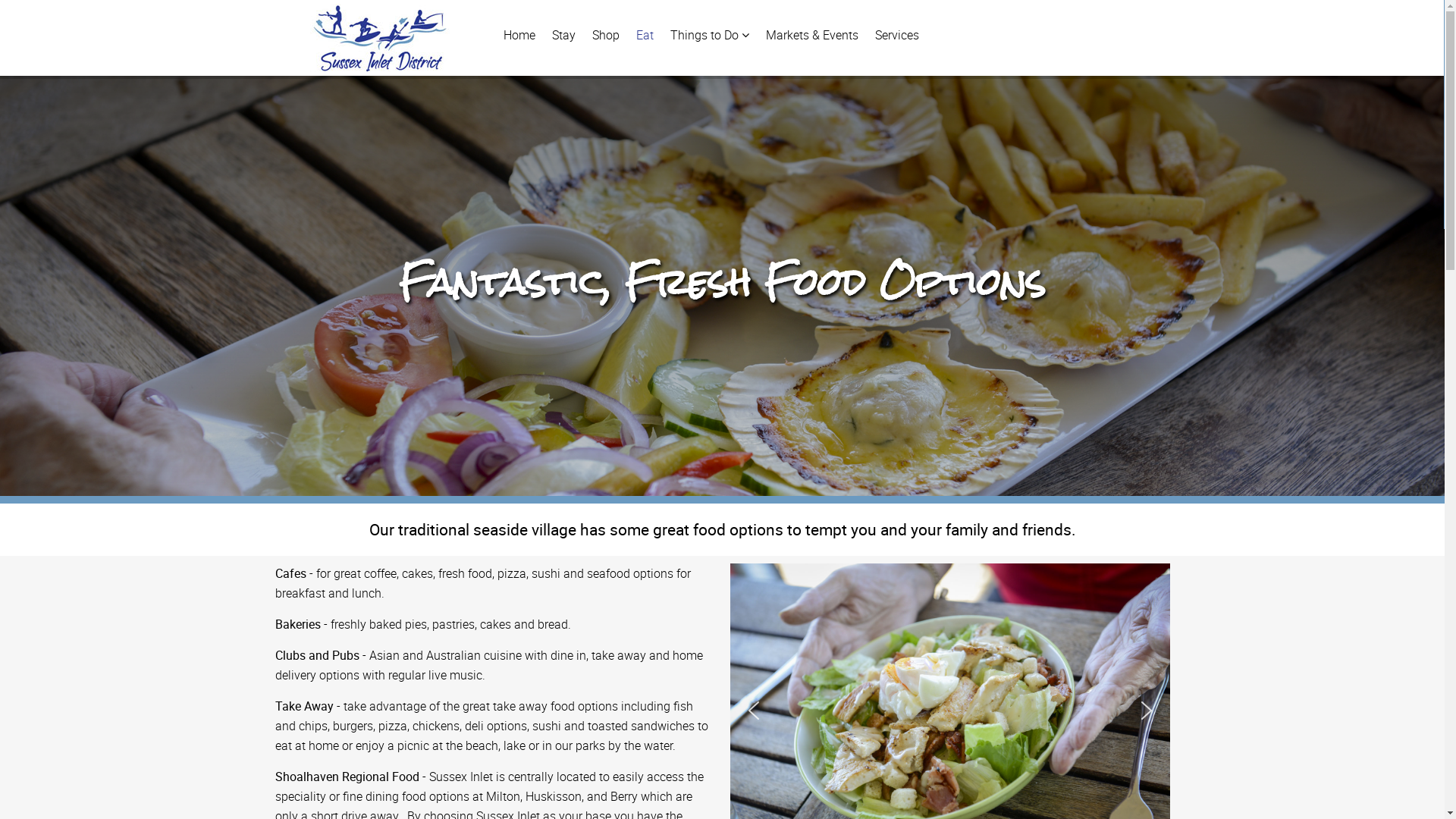 This screenshot has width=1456, height=819. Describe the element at coordinates (811, 34) in the screenshot. I see `'Markets & Events'` at that location.